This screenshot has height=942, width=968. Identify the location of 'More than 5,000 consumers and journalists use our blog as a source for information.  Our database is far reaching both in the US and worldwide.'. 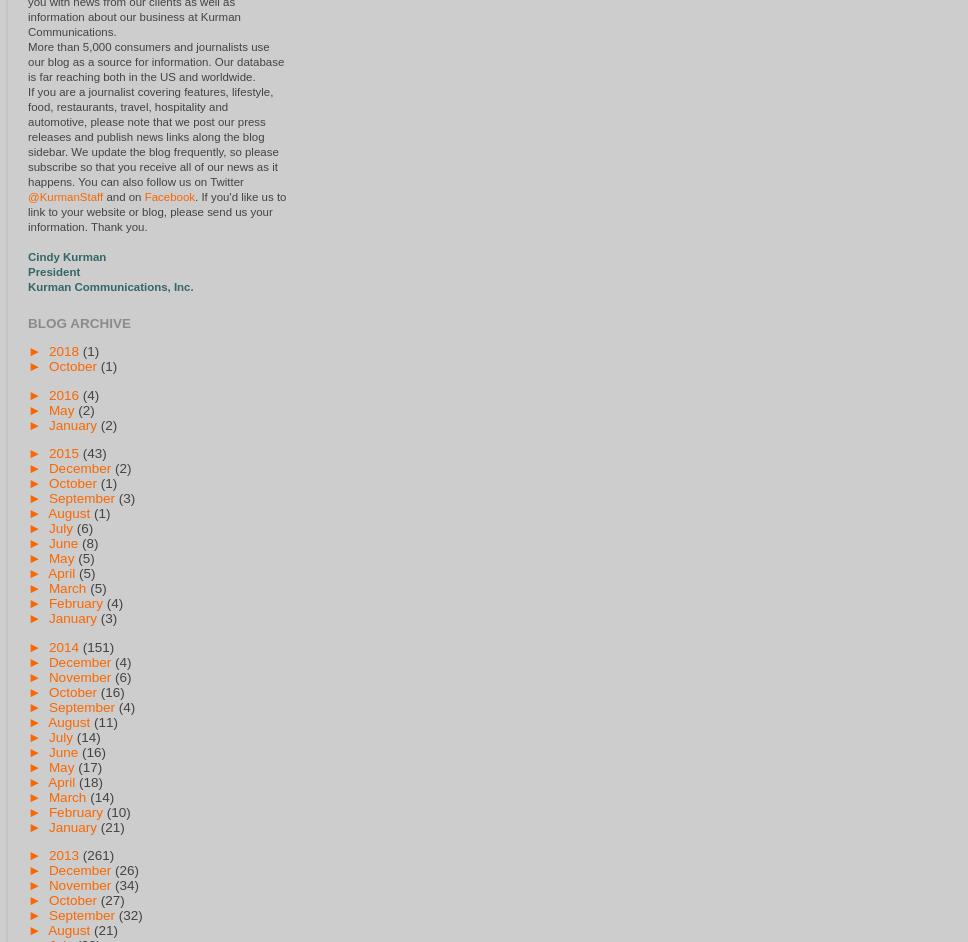
(155, 60).